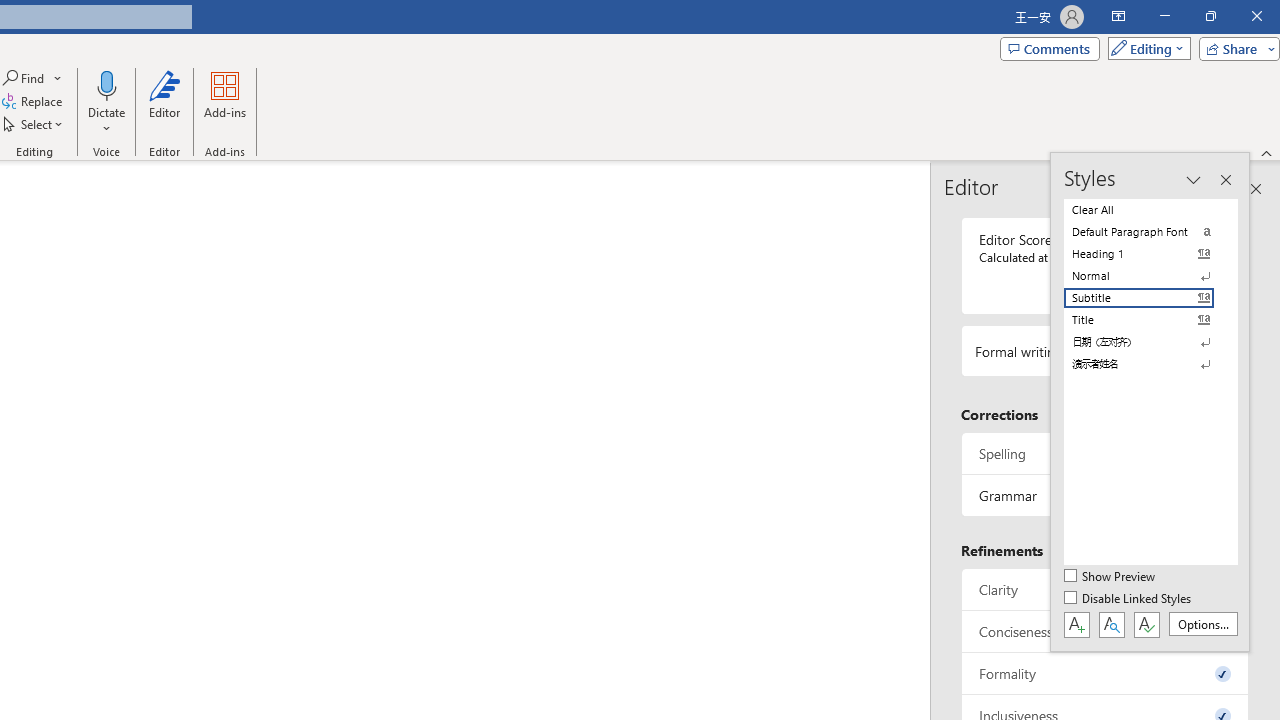  What do you see at coordinates (1150, 298) in the screenshot?
I see `'Subtitle'` at bounding box center [1150, 298].